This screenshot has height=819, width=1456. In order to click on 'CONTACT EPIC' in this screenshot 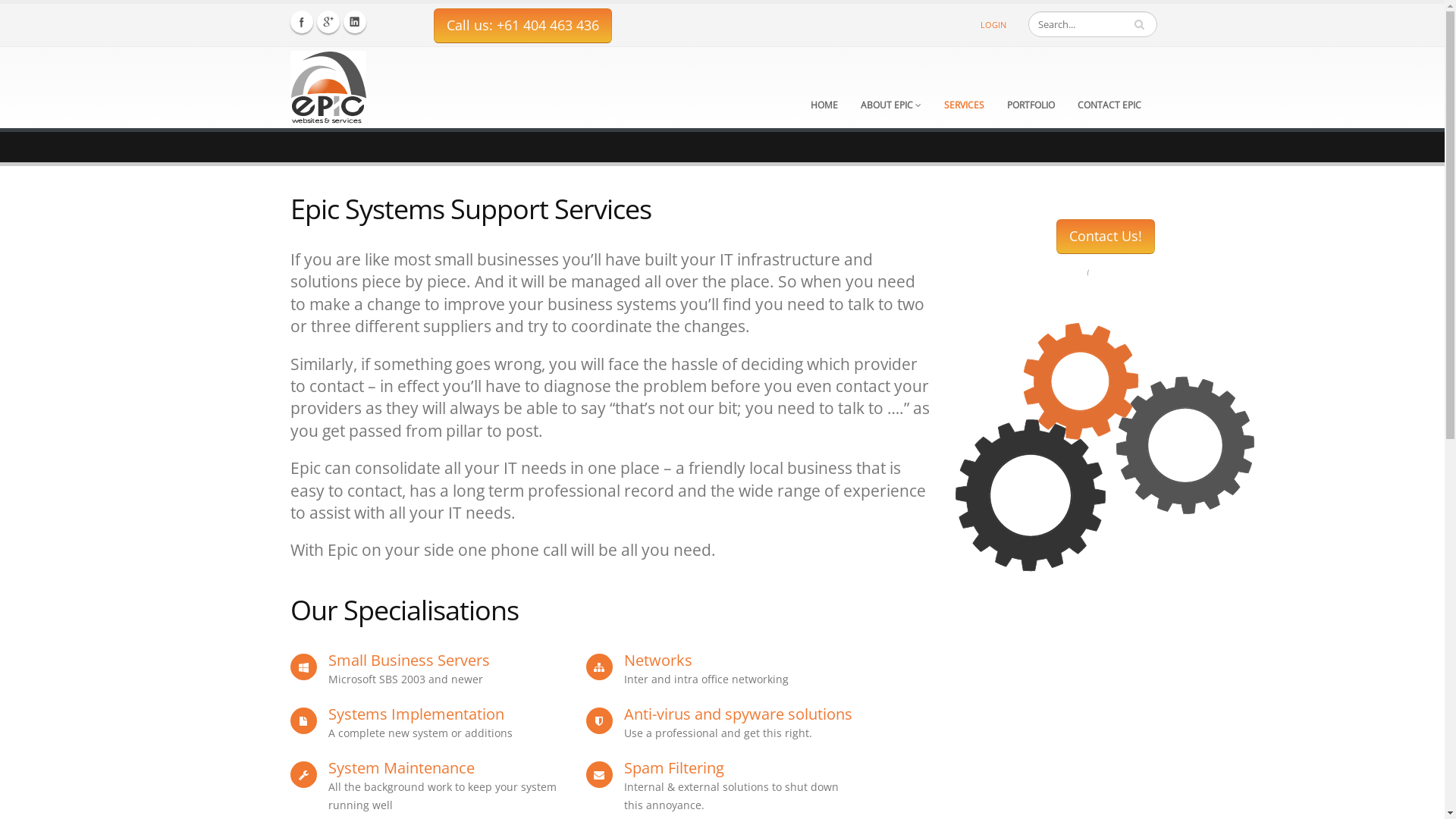, I will do `click(1109, 93)`.